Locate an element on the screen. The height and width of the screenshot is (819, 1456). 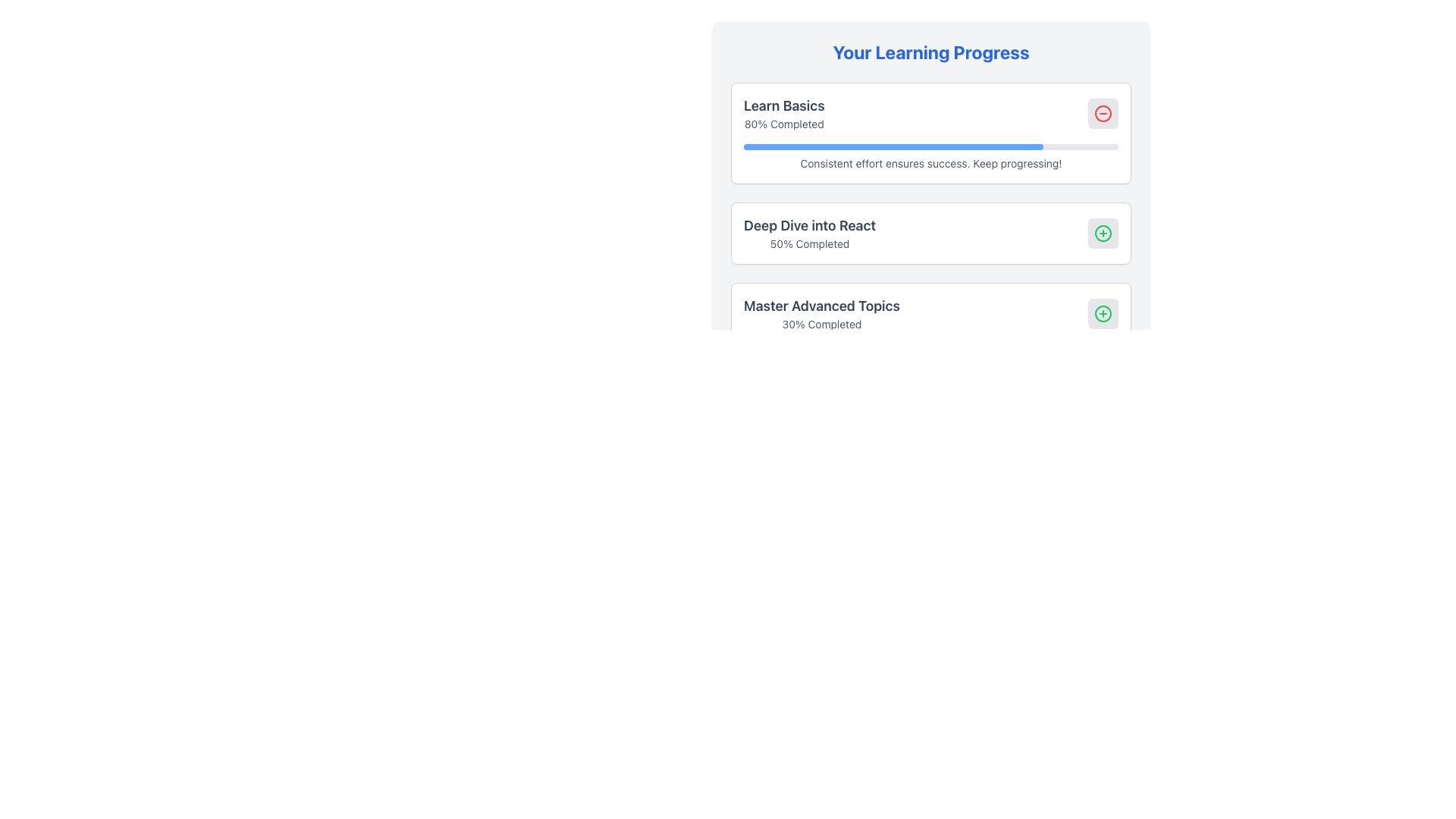
the removal button located in the top-right corner of the 'Learn Basics' card in the 'Your Learning Progress' section is located at coordinates (1103, 113).